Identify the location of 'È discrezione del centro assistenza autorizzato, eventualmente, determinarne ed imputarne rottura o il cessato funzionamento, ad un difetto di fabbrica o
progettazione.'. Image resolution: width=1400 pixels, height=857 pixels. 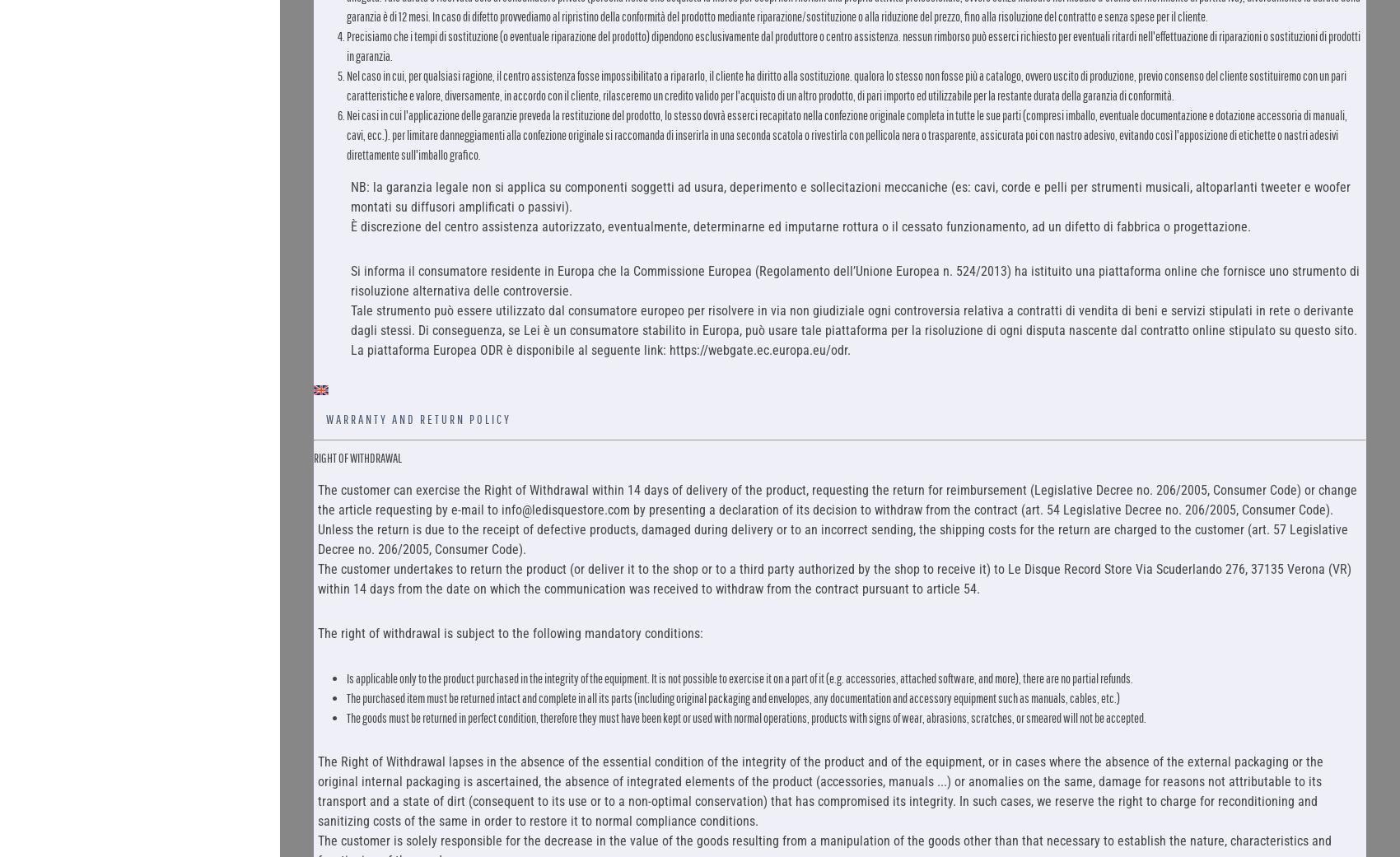
(799, 225).